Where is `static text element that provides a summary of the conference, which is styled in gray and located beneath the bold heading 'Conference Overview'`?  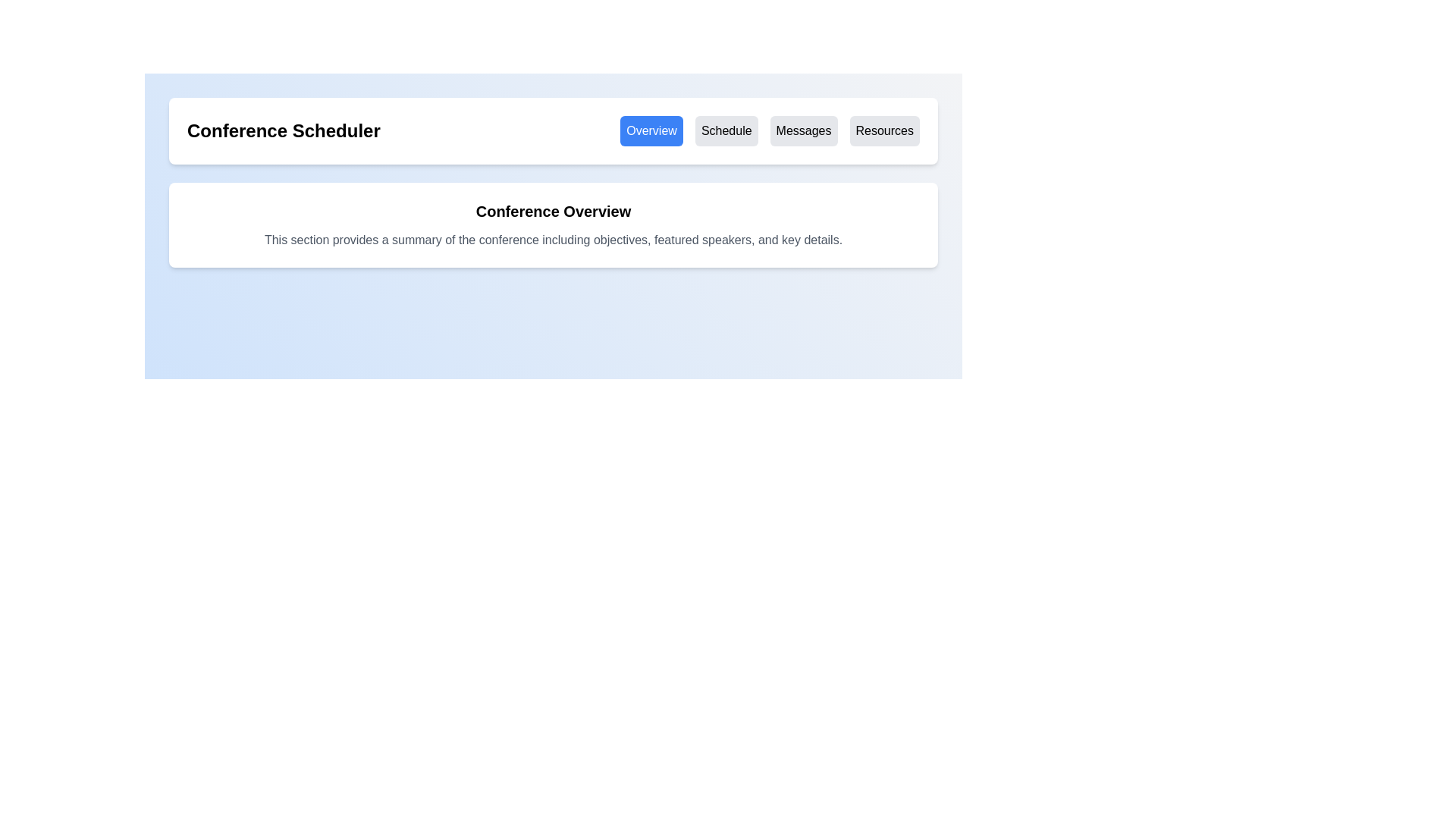
static text element that provides a summary of the conference, which is styled in gray and located beneath the bold heading 'Conference Overview' is located at coordinates (552, 239).